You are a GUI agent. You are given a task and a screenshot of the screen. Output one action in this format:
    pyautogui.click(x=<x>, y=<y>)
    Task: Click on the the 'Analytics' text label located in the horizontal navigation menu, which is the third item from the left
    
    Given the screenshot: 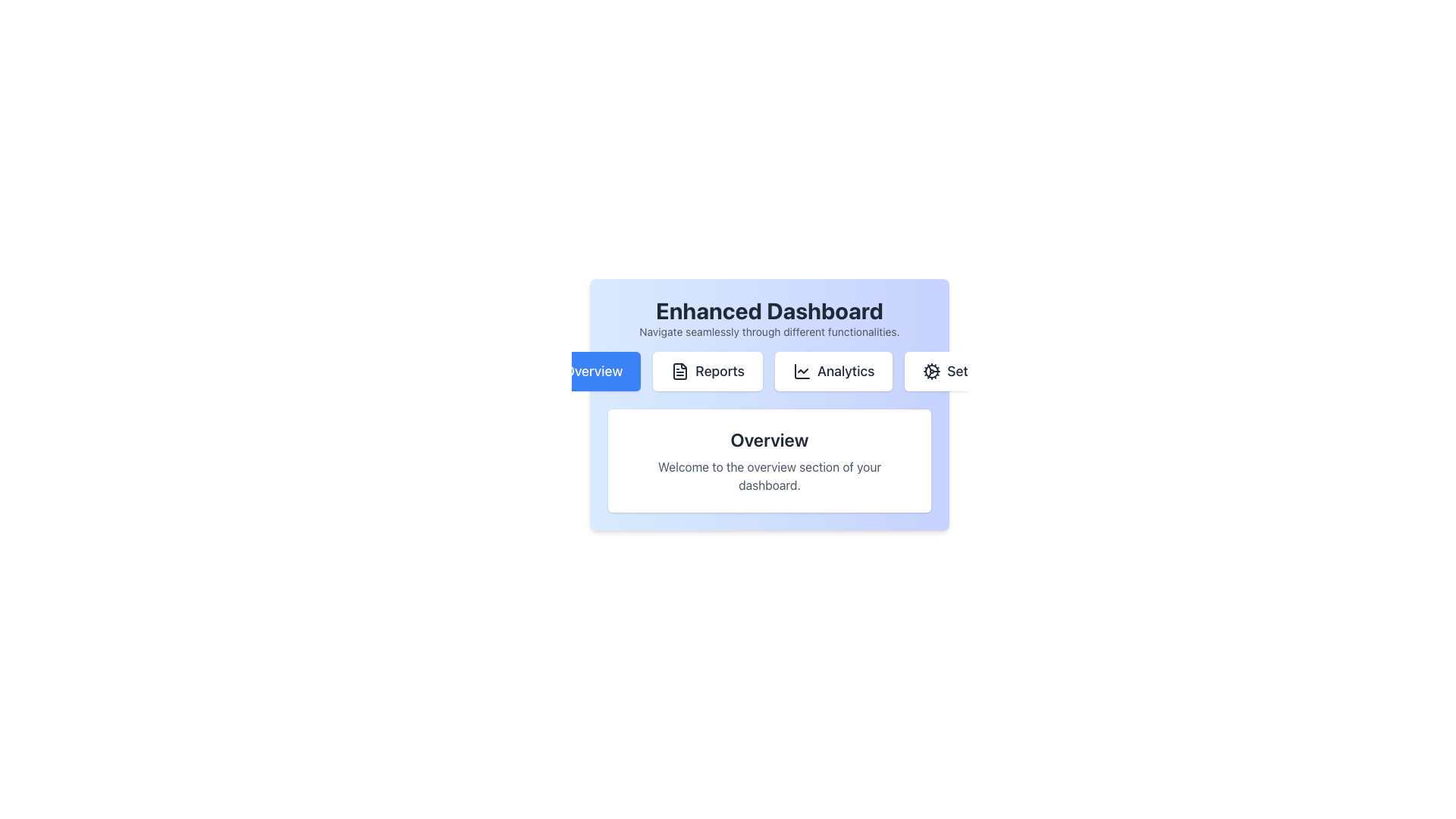 What is the action you would take?
    pyautogui.click(x=845, y=371)
    